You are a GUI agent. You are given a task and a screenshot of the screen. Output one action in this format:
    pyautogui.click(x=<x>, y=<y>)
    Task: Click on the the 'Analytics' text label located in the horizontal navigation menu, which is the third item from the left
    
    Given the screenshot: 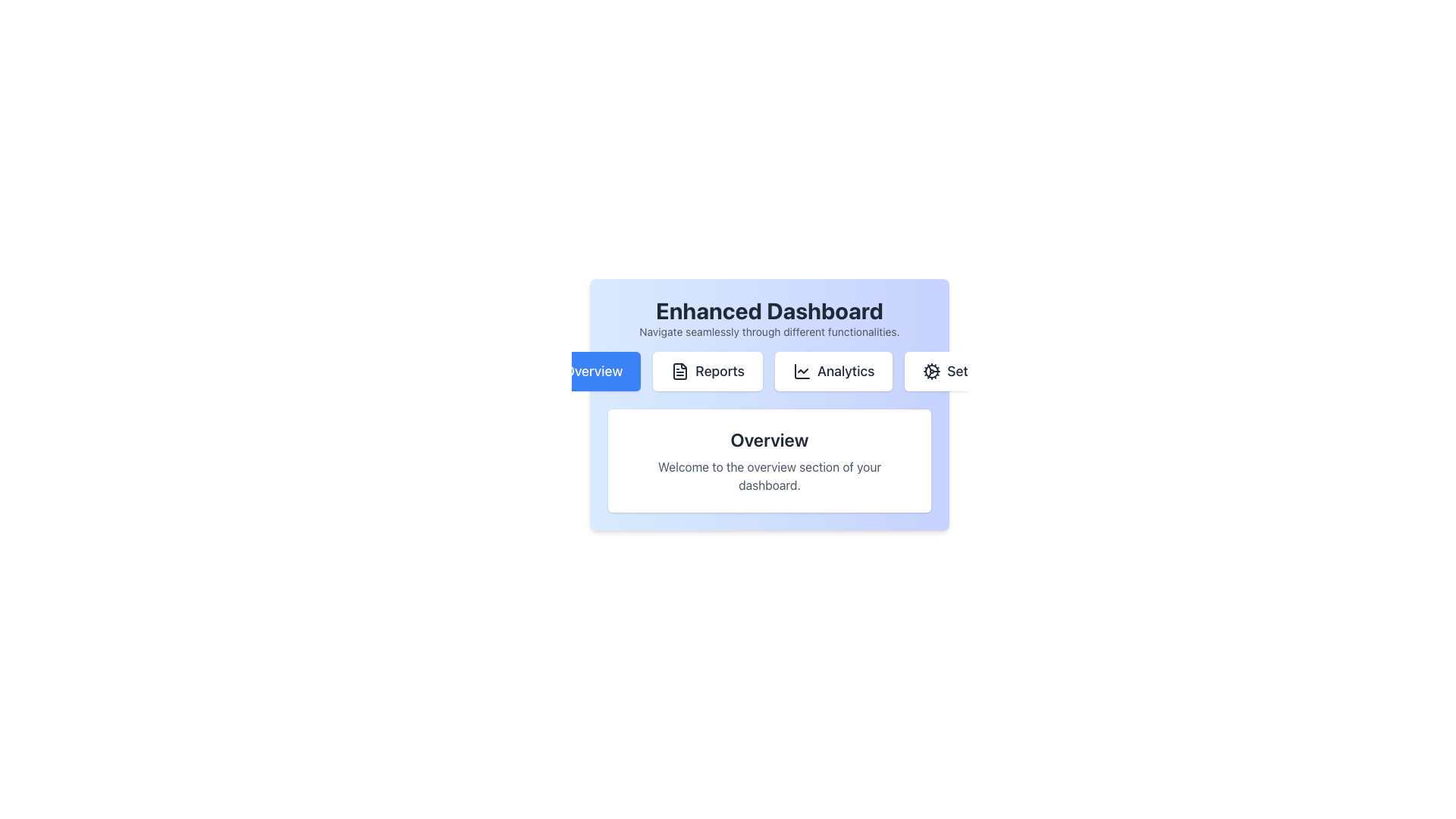 What is the action you would take?
    pyautogui.click(x=845, y=371)
    